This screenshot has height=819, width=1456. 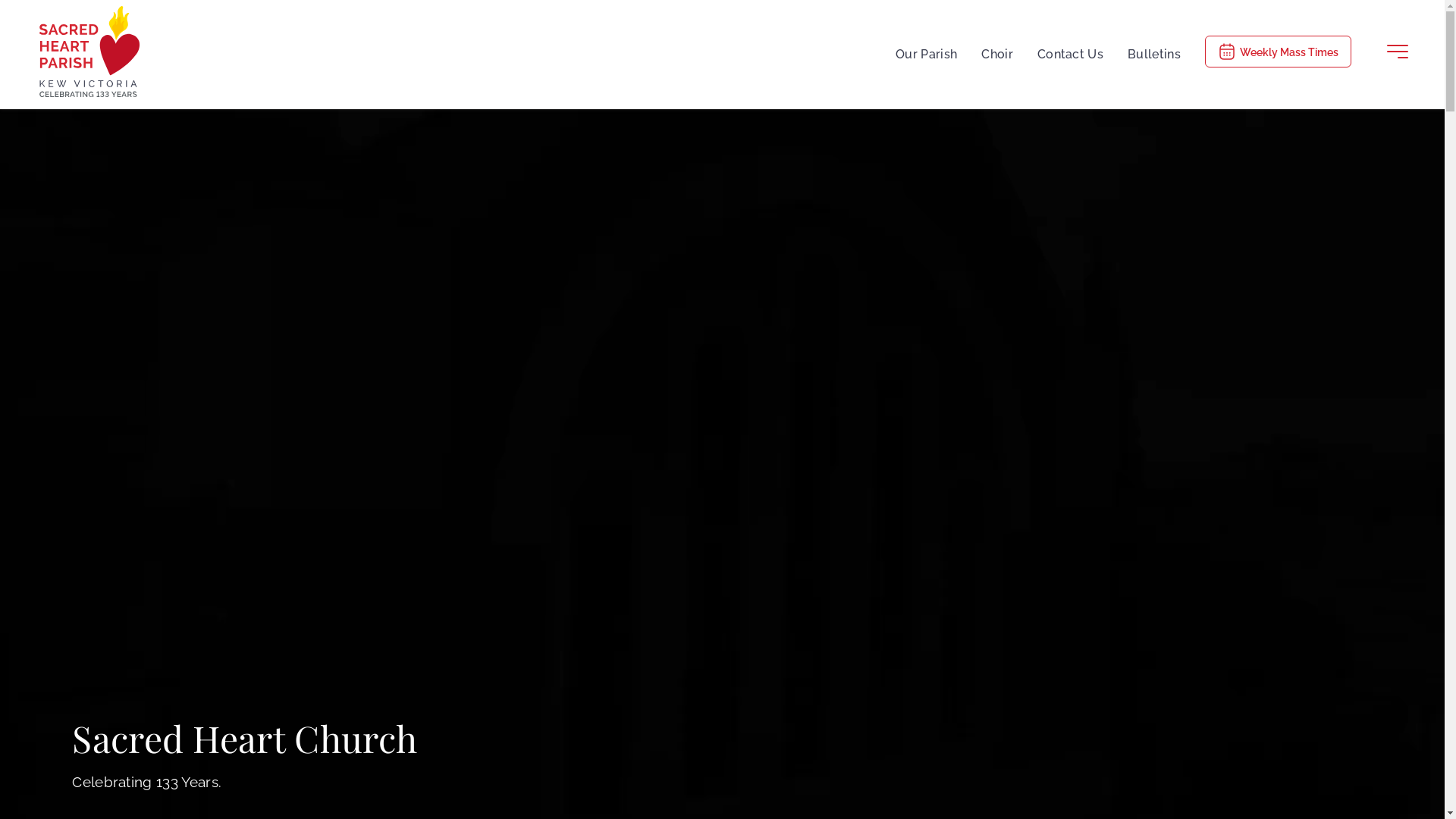 I want to click on 'Contact Us', so click(x=1069, y=51).